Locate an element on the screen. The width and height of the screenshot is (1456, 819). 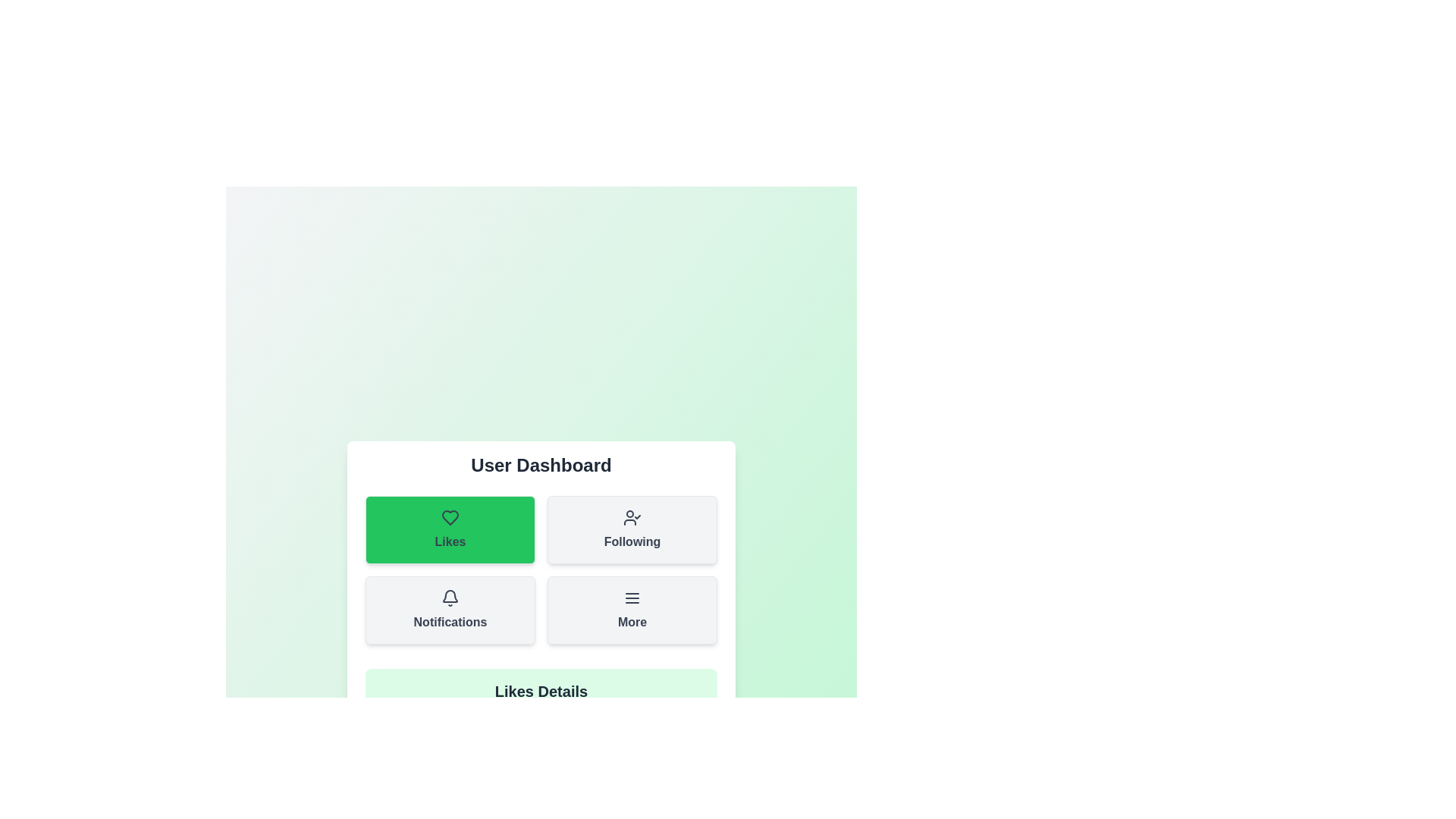
the button labeled 'Likes' to observe its animation is located at coordinates (450, 529).